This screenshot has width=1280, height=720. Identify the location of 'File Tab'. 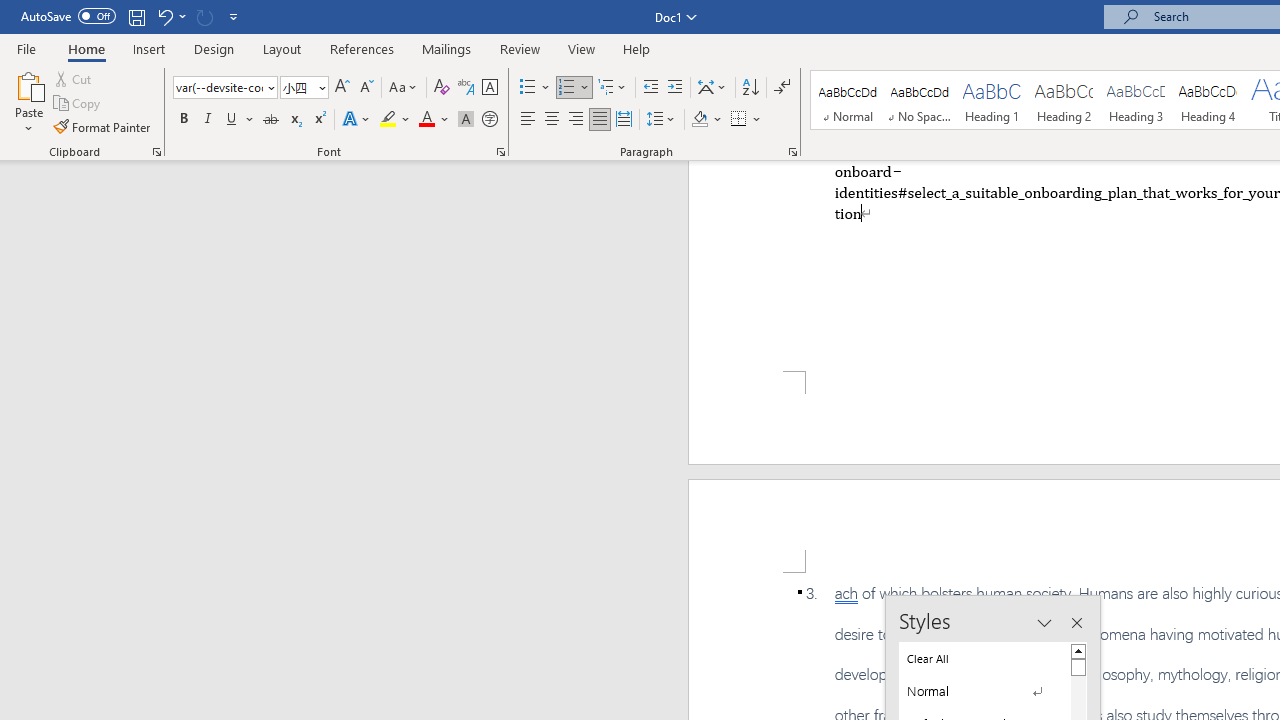
(26, 47).